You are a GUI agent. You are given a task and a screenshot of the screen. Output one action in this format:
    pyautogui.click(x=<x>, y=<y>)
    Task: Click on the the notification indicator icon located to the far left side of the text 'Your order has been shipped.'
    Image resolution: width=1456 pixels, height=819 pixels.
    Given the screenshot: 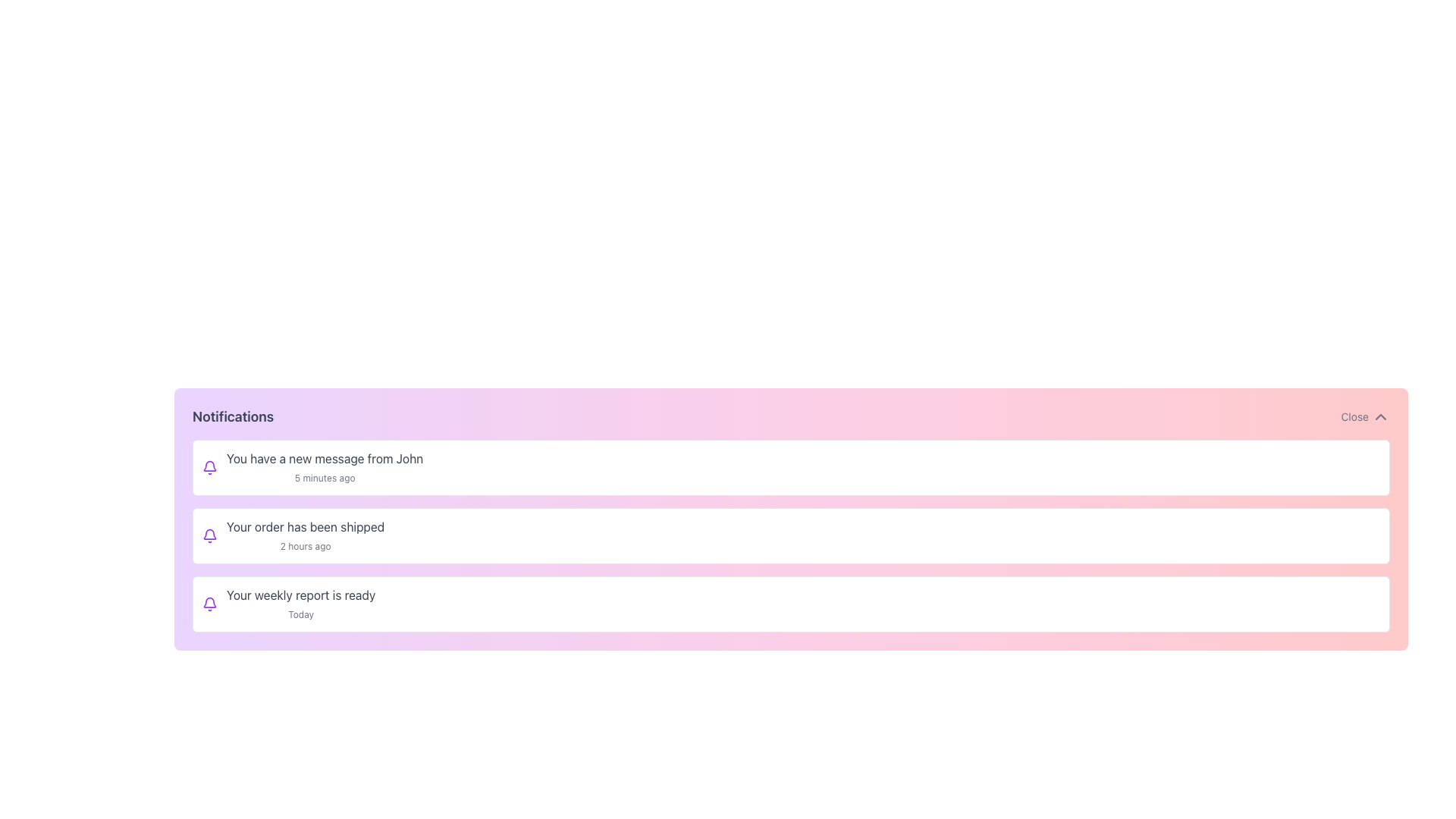 What is the action you would take?
    pyautogui.click(x=209, y=535)
    